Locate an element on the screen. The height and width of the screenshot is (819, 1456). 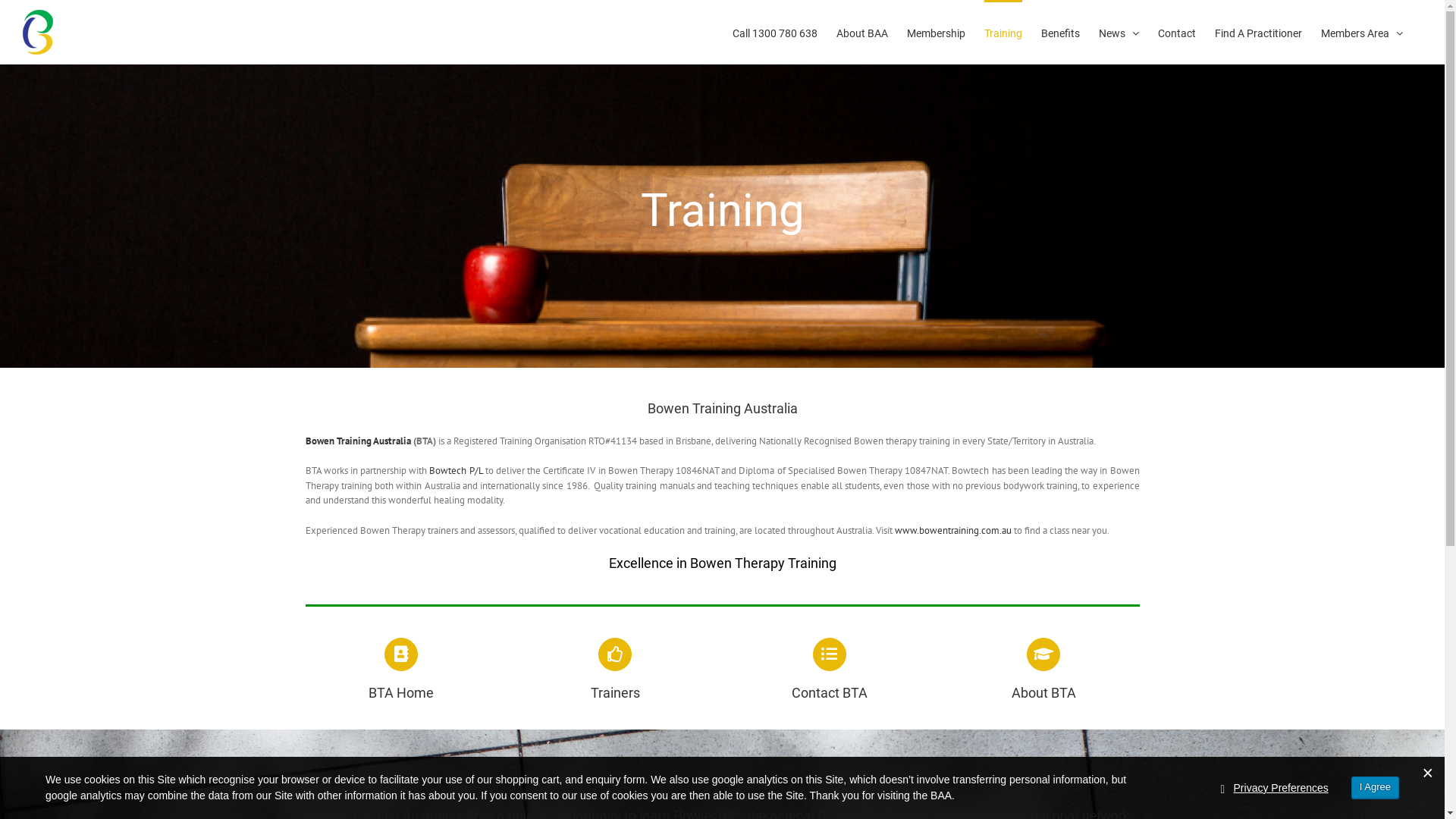
'Contact BTA' is located at coordinates (829, 669).